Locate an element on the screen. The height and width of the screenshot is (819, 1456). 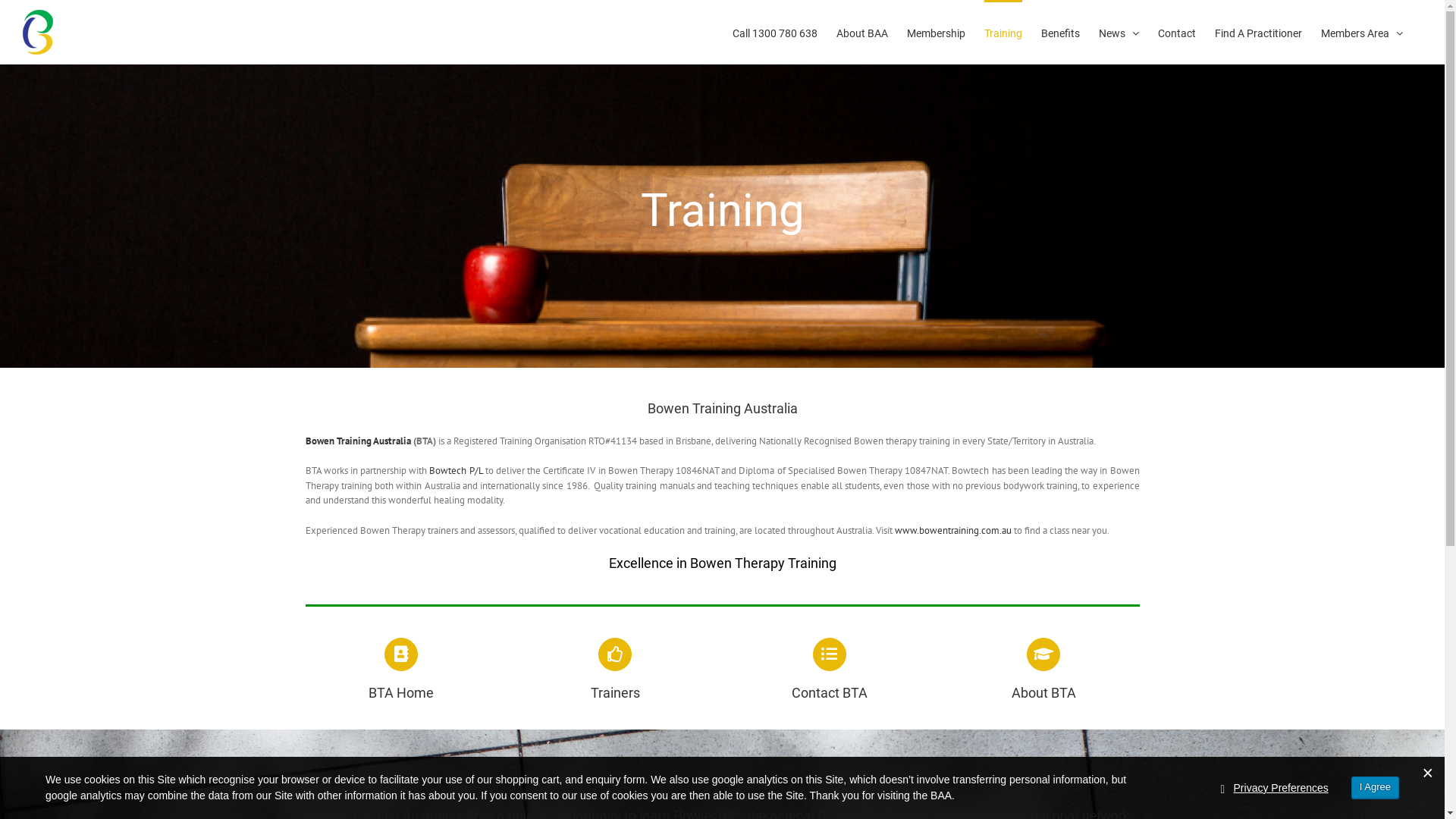
'Contact BTA' is located at coordinates (829, 669).